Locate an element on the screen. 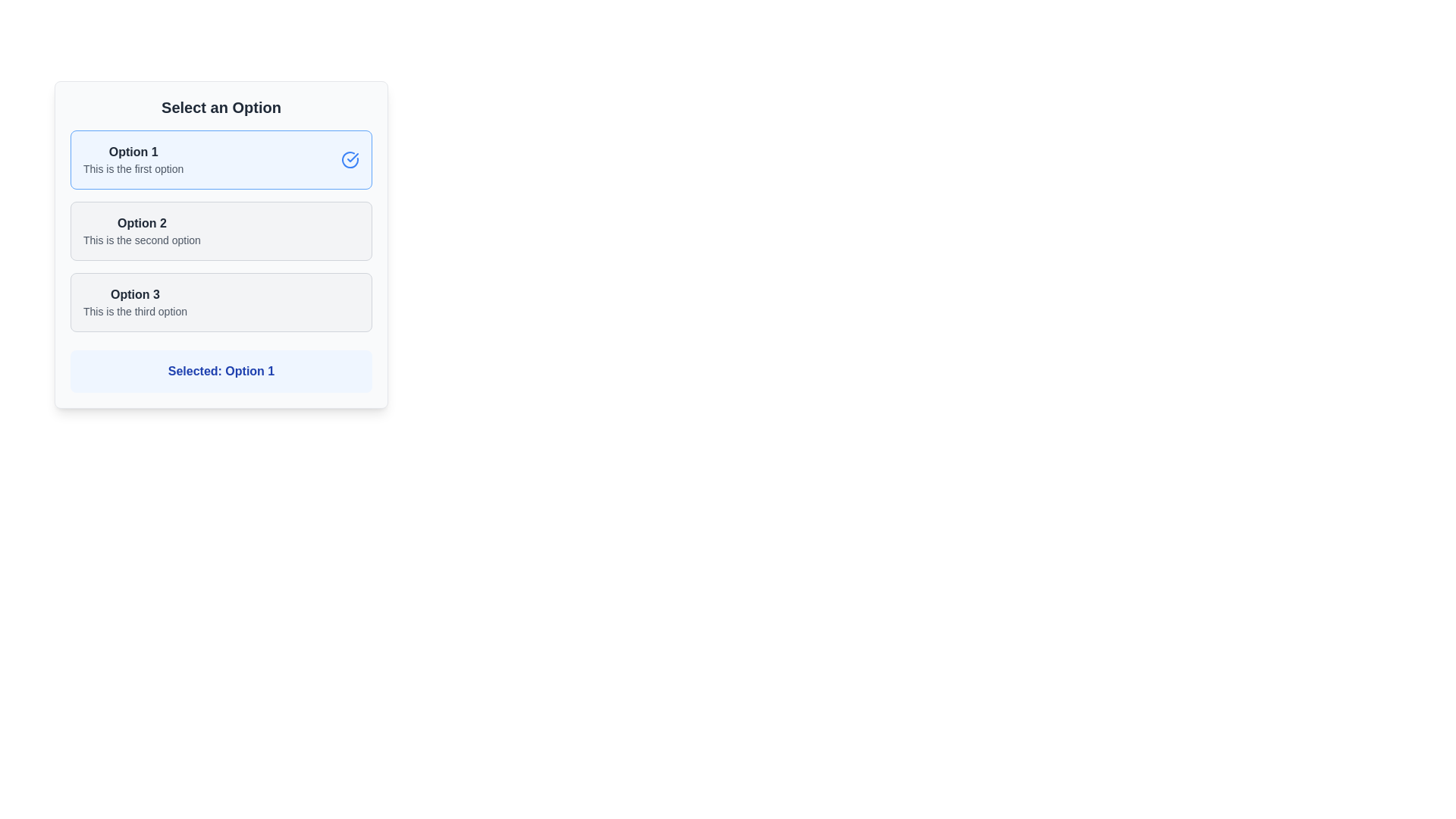 Image resolution: width=1456 pixels, height=819 pixels. the details of the selectable option that is the second choice in the vertical list located below the header 'Select an Option' is located at coordinates (142, 231).